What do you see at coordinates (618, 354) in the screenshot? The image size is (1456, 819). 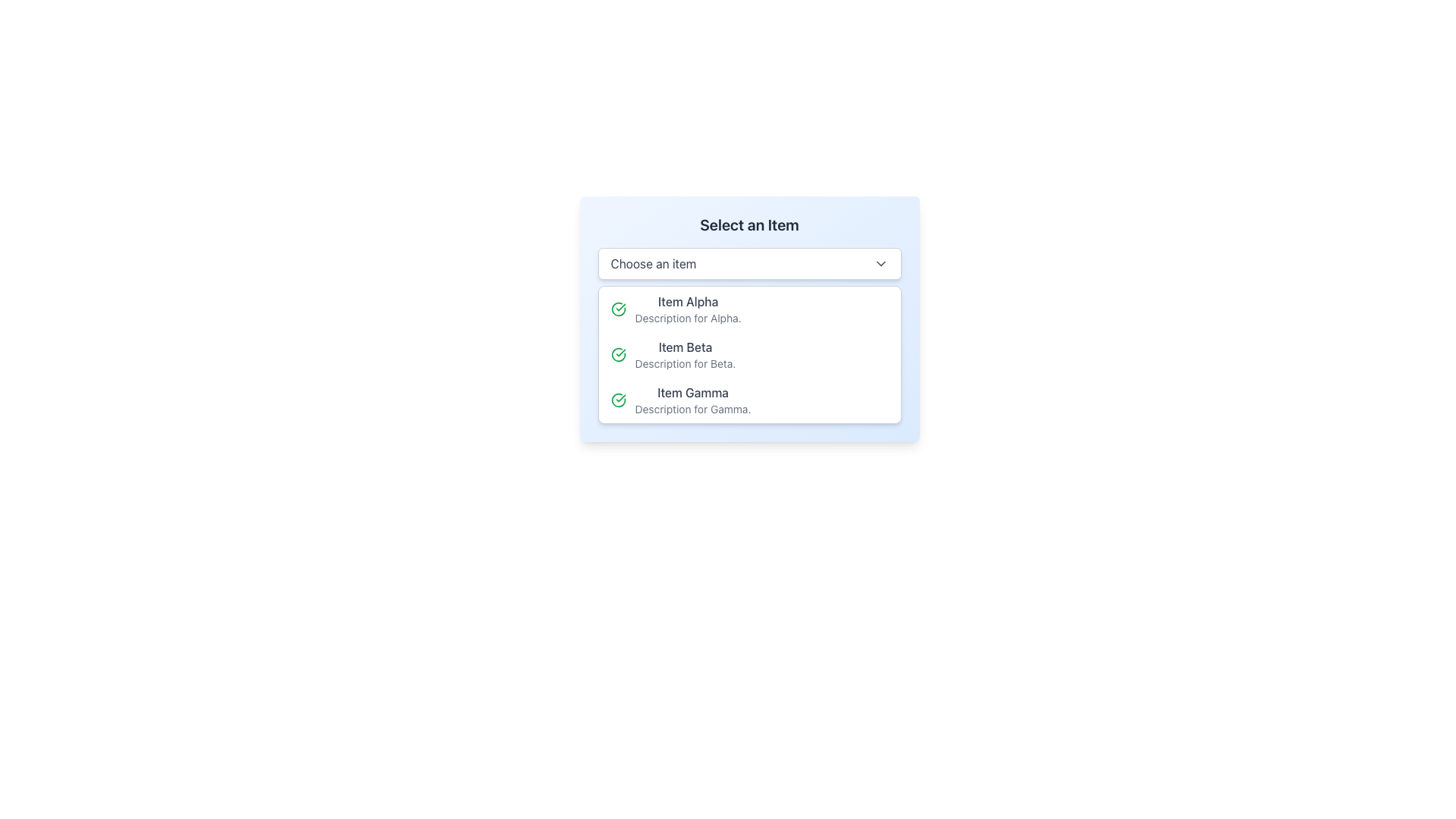 I see `the circular green check icon located to the left of the 'Item Beta' text in the list item` at bounding box center [618, 354].